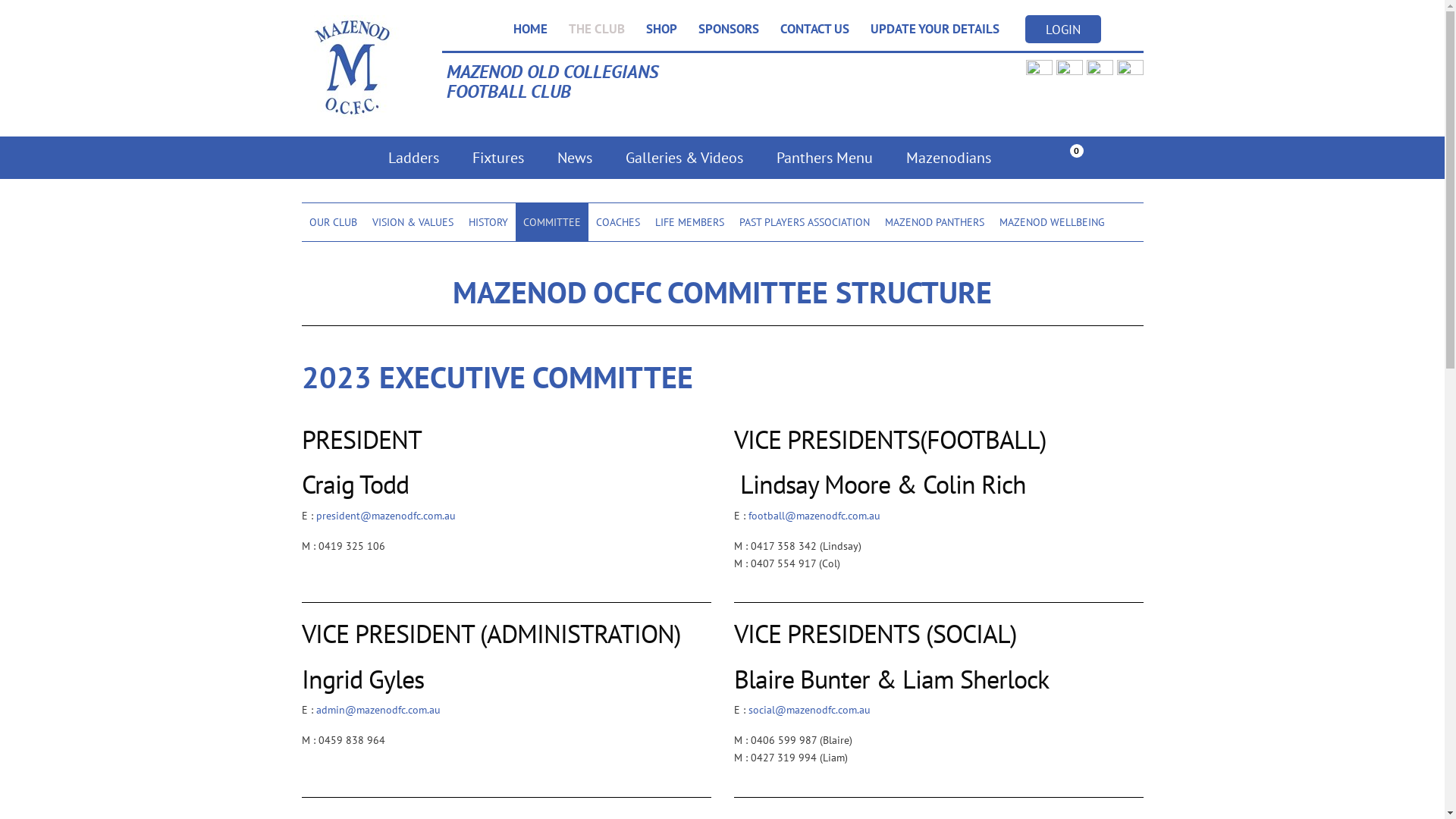  What do you see at coordinates (933, 222) in the screenshot?
I see `'MAZENOD PANTHERS'` at bounding box center [933, 222].